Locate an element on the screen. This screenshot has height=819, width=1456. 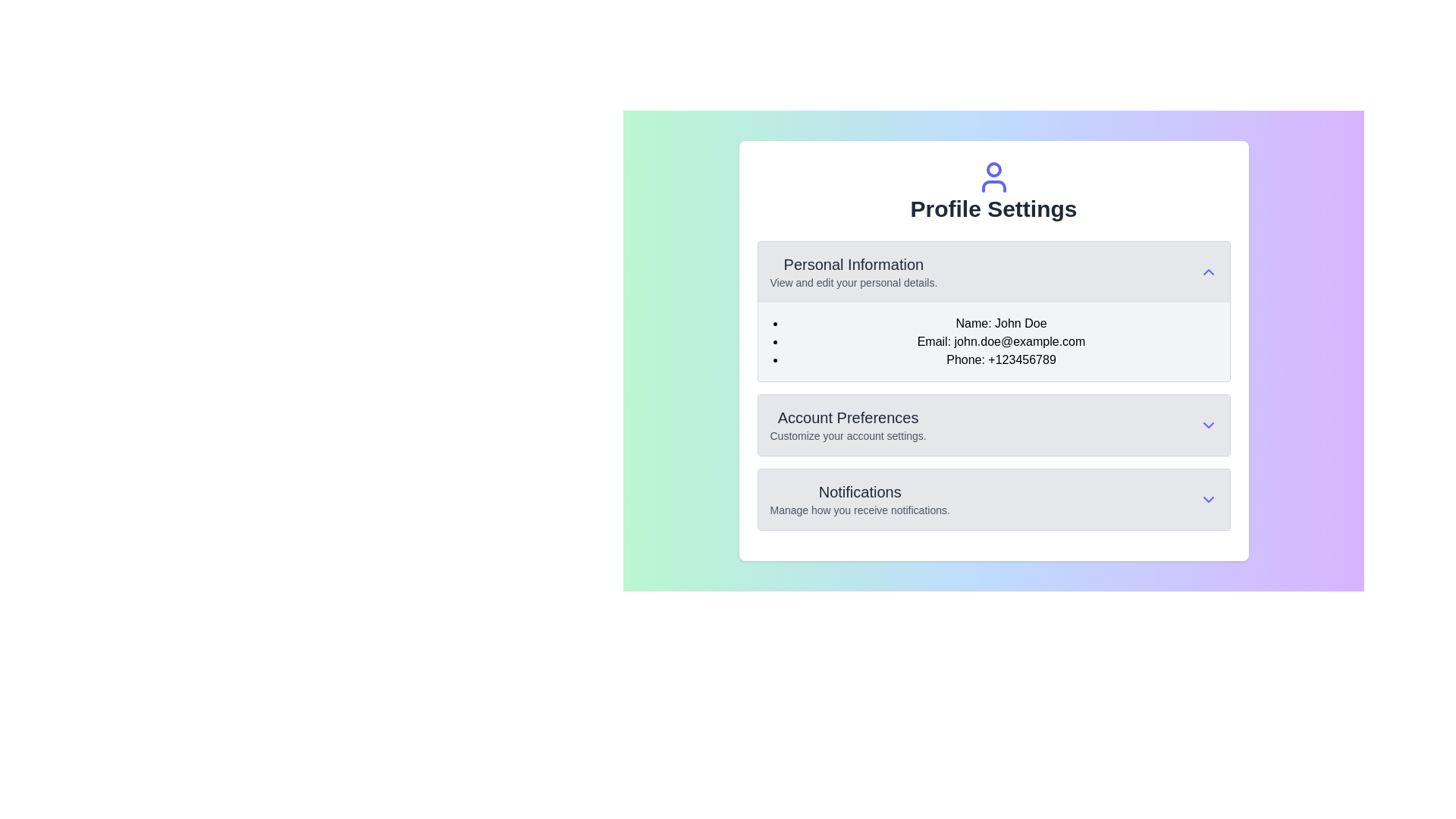
the Textual Content with Heading and Description that provides an overview of the 'Personal Information' section, located near the top of the interface is located at coordinates (853, 271).